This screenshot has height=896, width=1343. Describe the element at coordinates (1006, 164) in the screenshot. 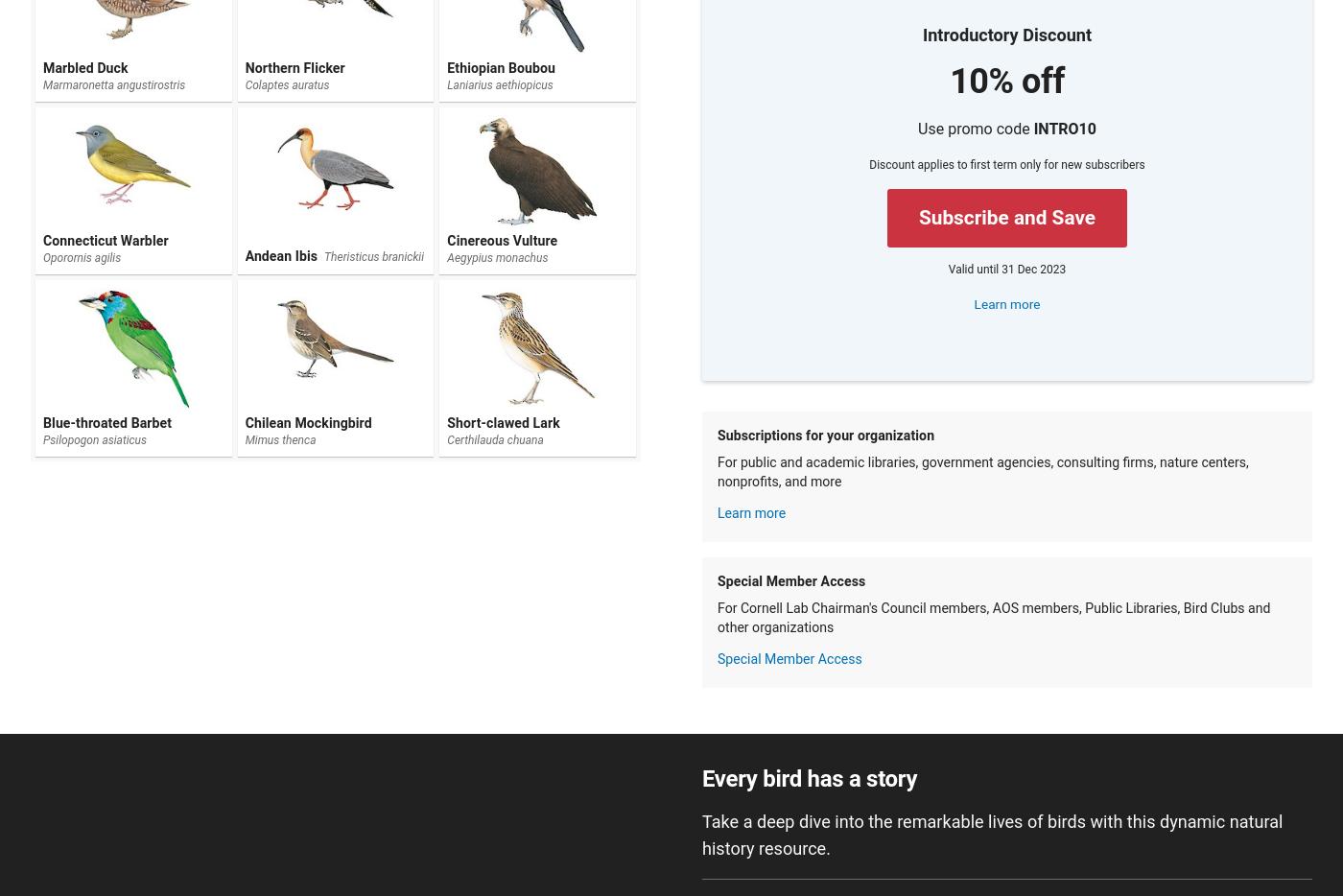

I see `'Discount applies to first term only for new subscribers'` at that location.